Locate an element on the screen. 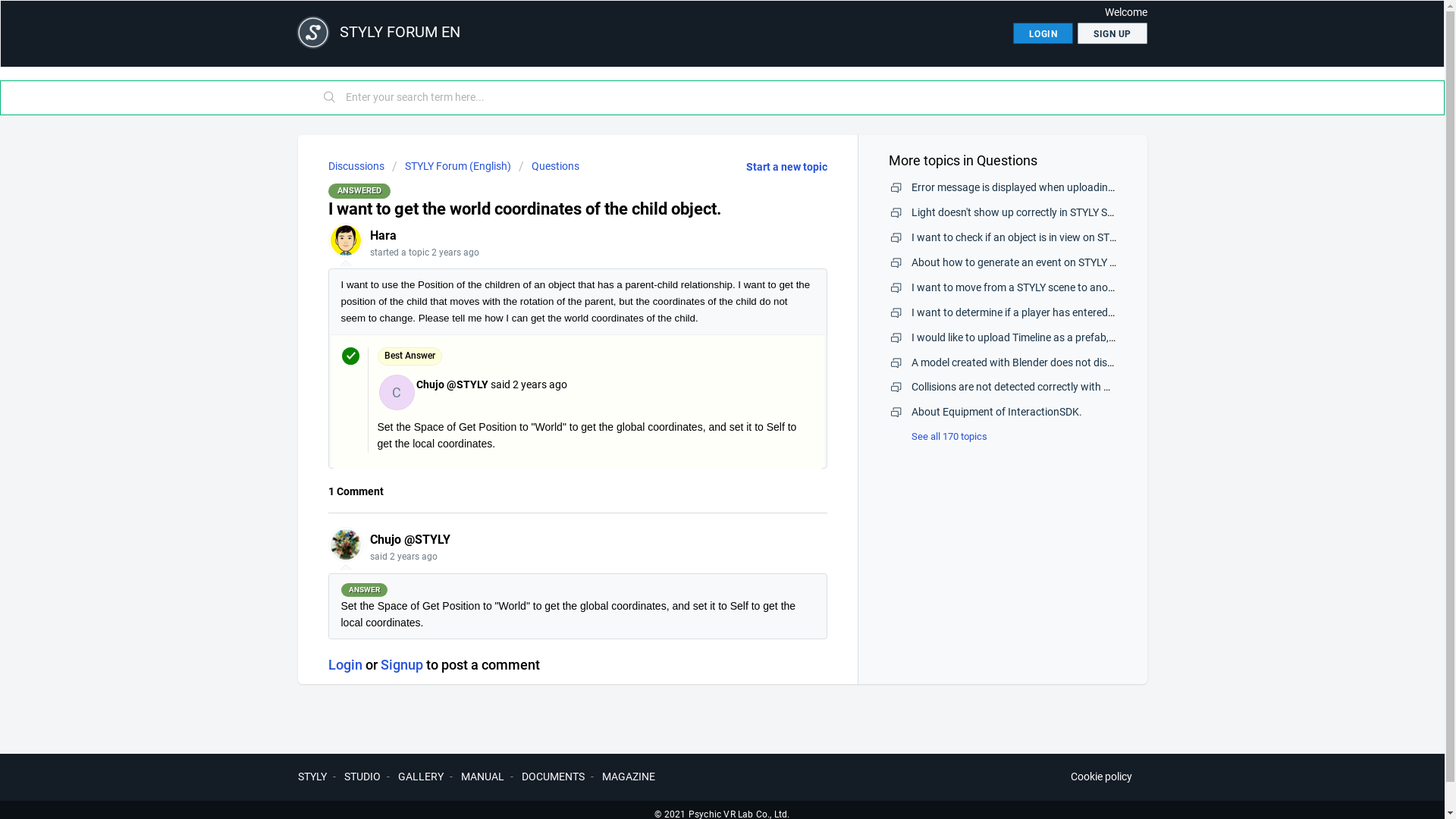  'See all 170 topics' is located at coordinates (937, 436).